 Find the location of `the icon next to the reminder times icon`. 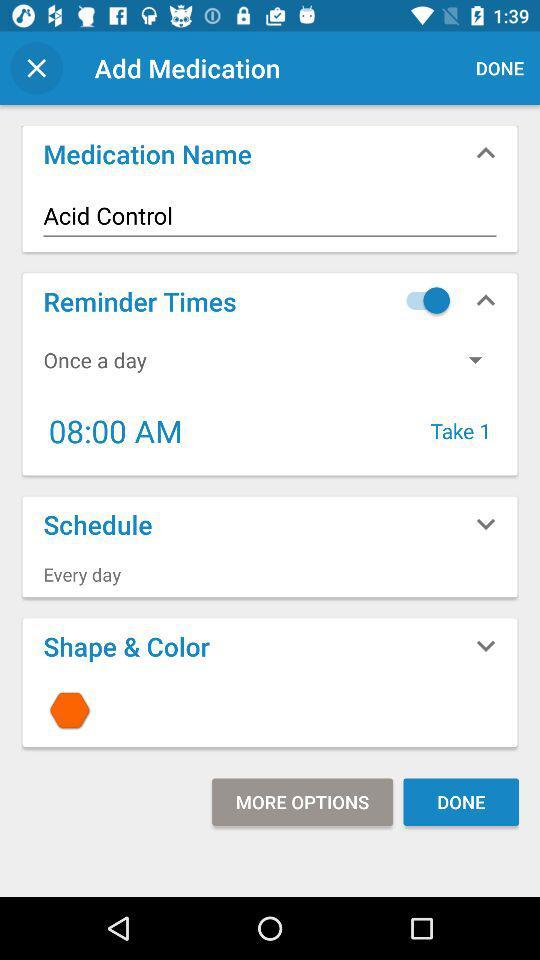

the icon next to the reminder times icon is located at coordinates (422, 299).